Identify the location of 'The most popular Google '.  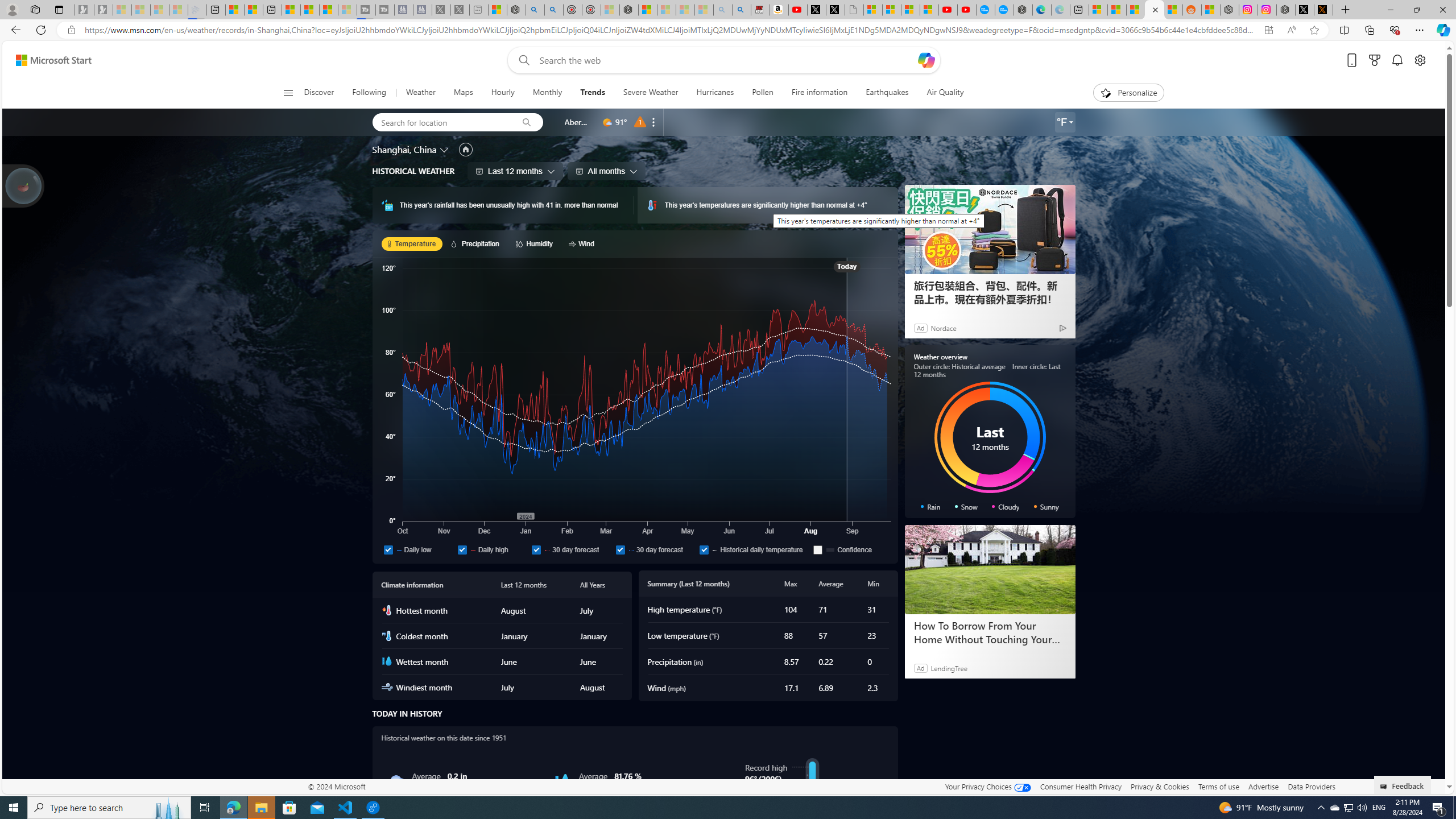
(1004, 9).